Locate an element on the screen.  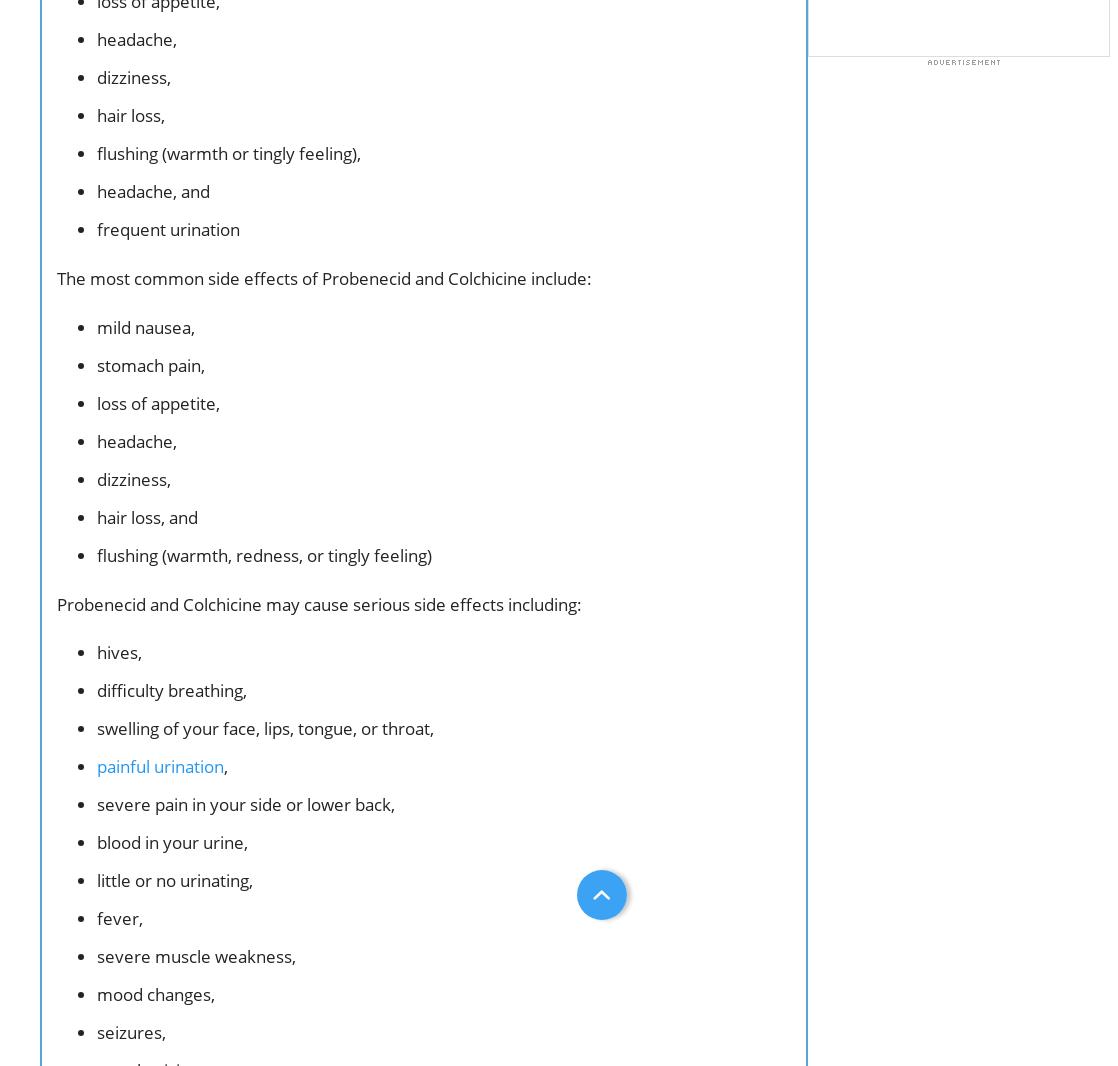
'severe muscle weakness,' is located at coordinates (196, 956).